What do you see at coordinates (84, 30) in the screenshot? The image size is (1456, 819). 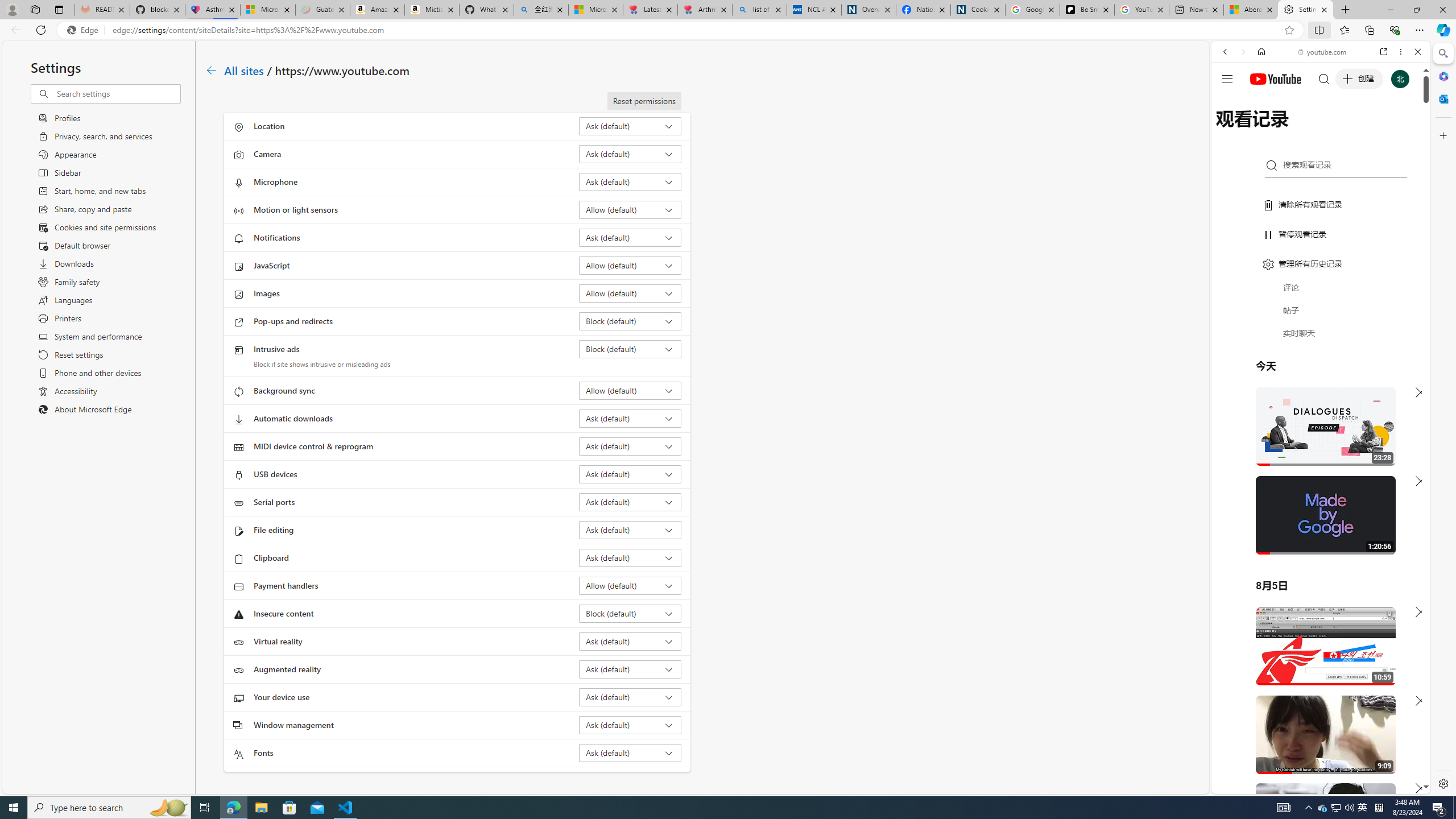 I see `'Edge'` at bounding box center [84, 30].